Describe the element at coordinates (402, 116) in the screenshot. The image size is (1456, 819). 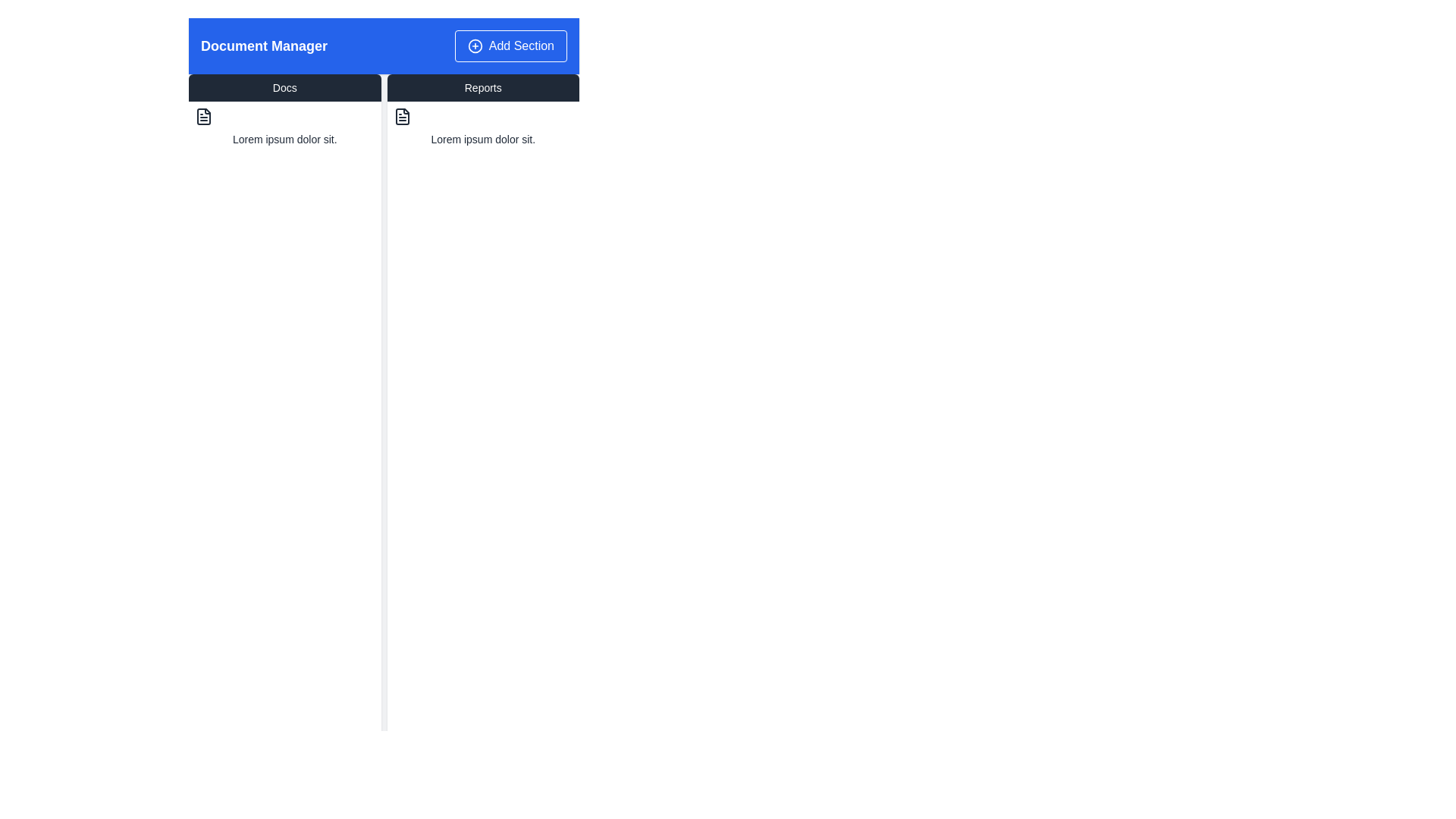
I see `the document or file icon located in the second column under the 'Reports' tab, positioned above the text 'Lorem ipsum dolor sit.'` at that location.